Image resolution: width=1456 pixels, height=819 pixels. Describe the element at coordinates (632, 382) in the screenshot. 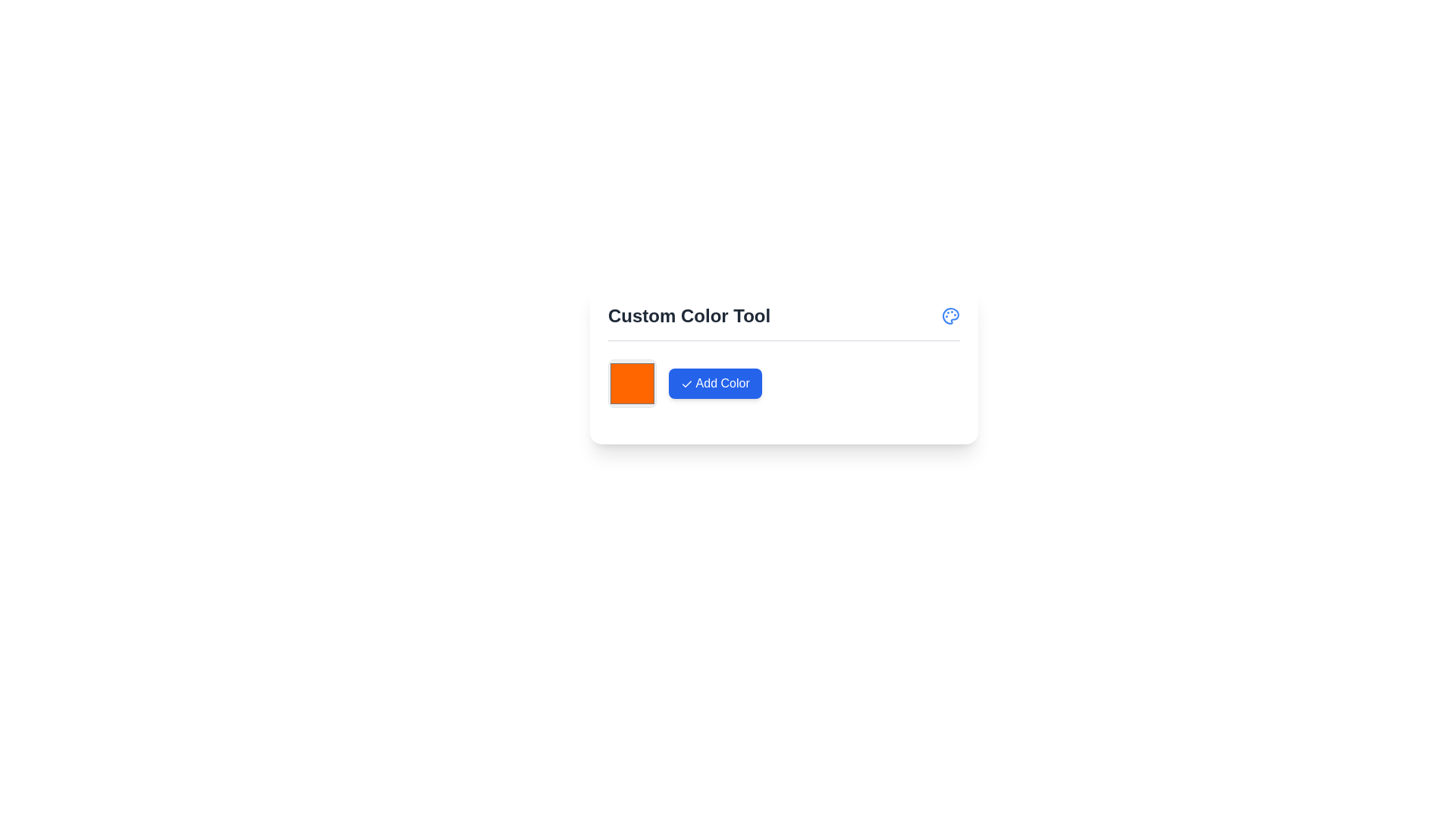

I see `the square-shaped color picker with a solid orange color and a bordered, rounded outline` at that location.